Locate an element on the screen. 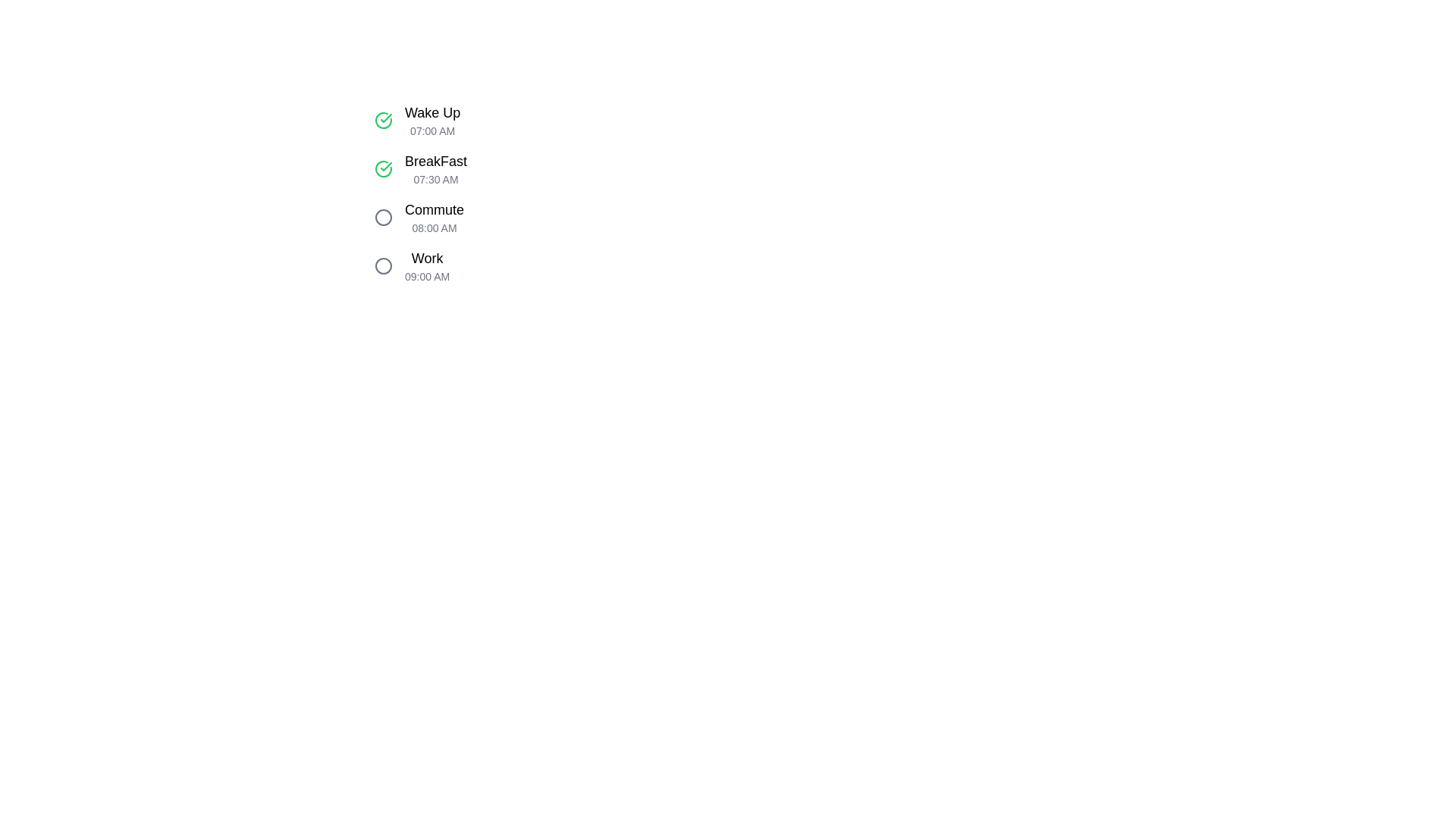 Image resolution: width=1456 pixels, height=819 pixels. the timestamp text label that indicates the time associated with the 'BreakFast' entry, positioned below the 'BreakFast' label and aligned to its left is located at coordinates (435, 178).